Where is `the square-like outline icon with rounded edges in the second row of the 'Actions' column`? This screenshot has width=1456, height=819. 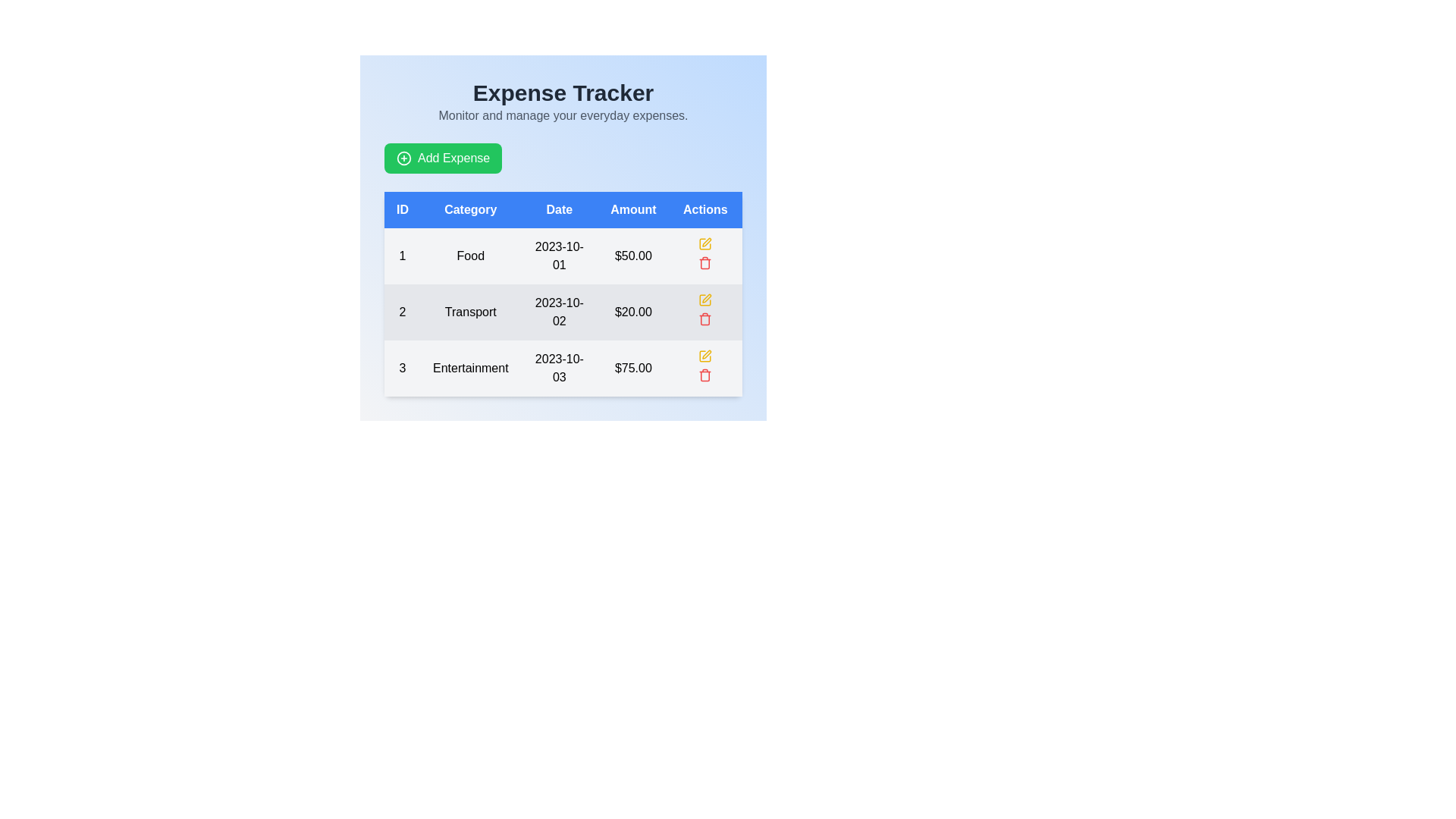 the square-like outline icon with rounded edges in the second row of the 'Actions' column is located at coordinates (704, 300).